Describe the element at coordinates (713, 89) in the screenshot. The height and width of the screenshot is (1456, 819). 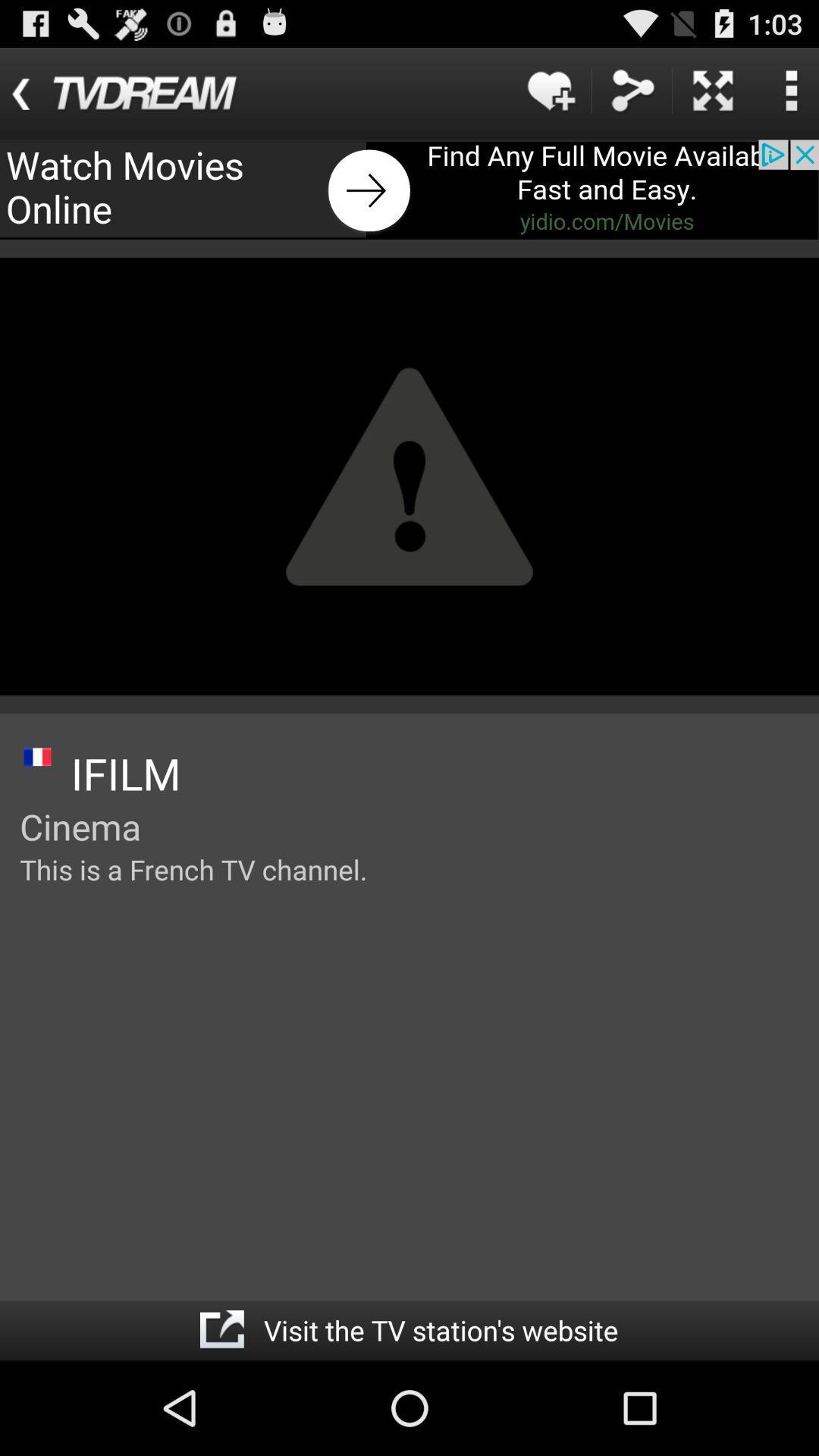
I see `expand page` at that location.